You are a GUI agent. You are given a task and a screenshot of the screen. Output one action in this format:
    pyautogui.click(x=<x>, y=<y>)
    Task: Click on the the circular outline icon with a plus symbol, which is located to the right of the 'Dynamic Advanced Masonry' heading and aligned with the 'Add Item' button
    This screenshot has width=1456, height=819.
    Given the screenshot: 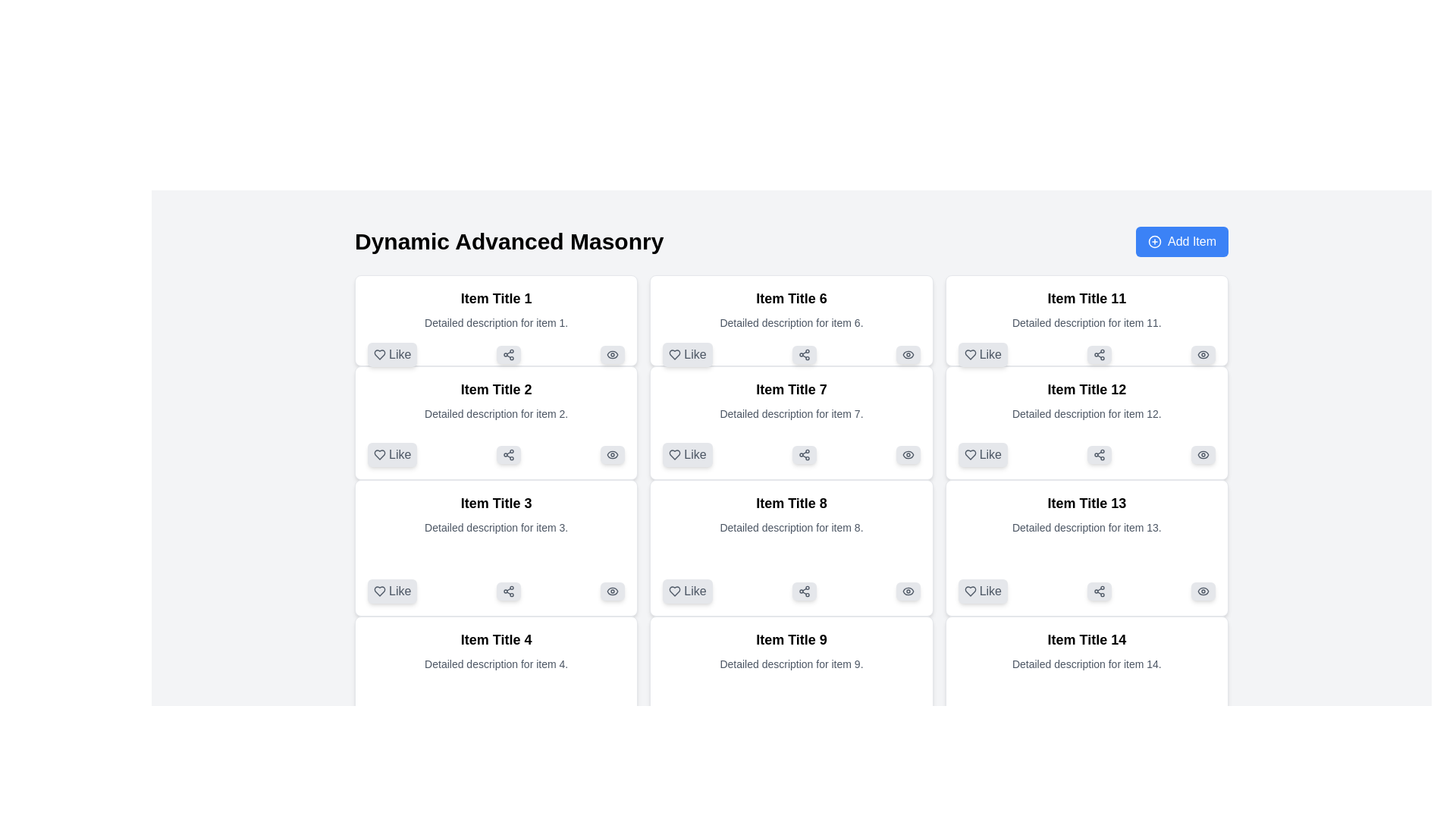 What is the action you would take?
    pyautogui.click(x=1153, y=241)
    